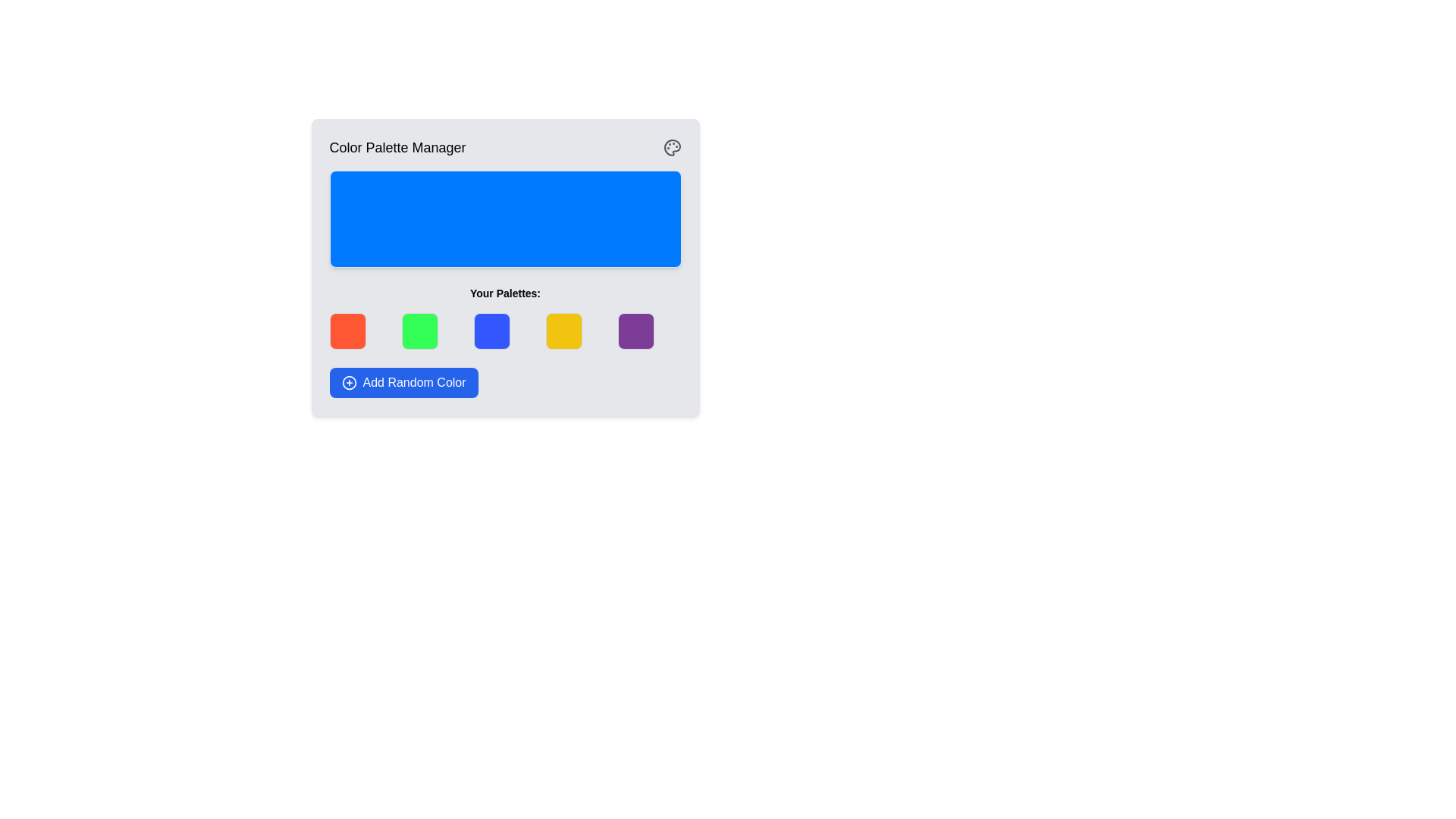  Describe the element at coordinates (505, 317) in the screenshot. I see `any of the color squares in the 'Color Palette Manager' section` at that location.